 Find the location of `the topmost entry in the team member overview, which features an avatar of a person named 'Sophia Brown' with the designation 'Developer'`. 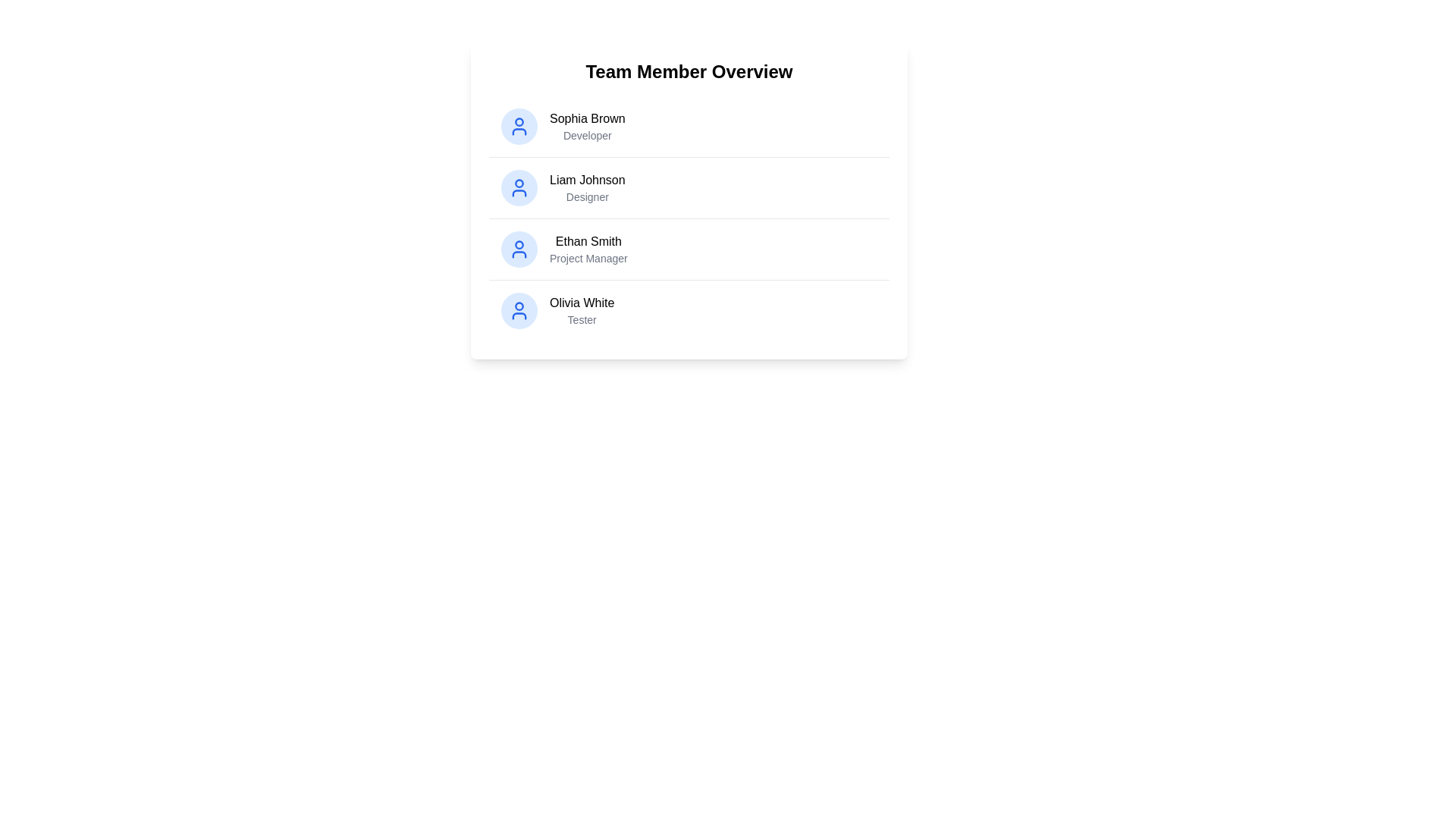

the topmost entry in the team member overview, which features an avatar of a person named 'Sophia Brown' with the designation 'Developer' is located at coordinates (562, 125).